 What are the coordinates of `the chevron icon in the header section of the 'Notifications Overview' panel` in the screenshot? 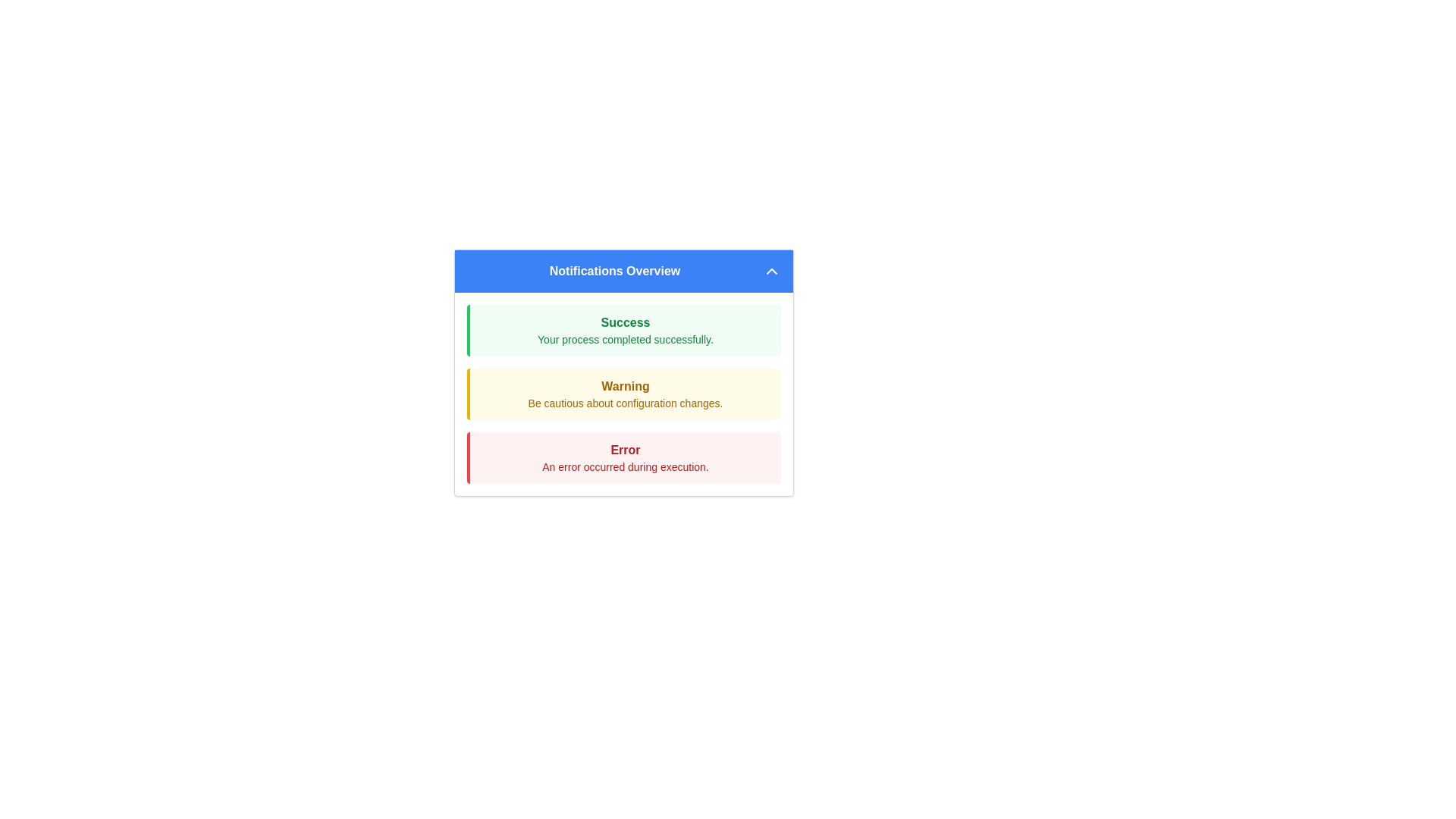 It's located at (771, 271).